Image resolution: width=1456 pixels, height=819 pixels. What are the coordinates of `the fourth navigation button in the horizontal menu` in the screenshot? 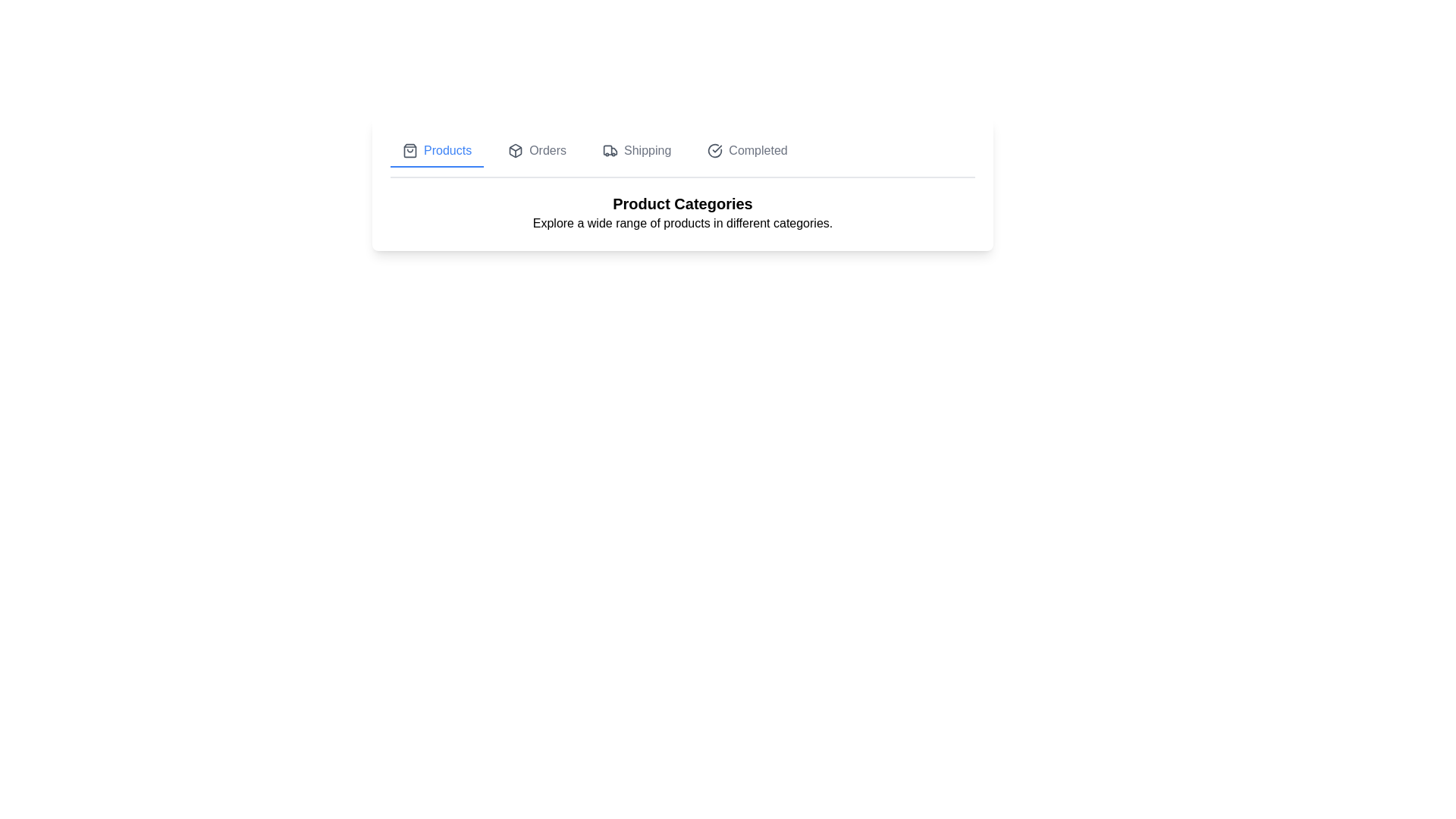 It's located at (747, 152).